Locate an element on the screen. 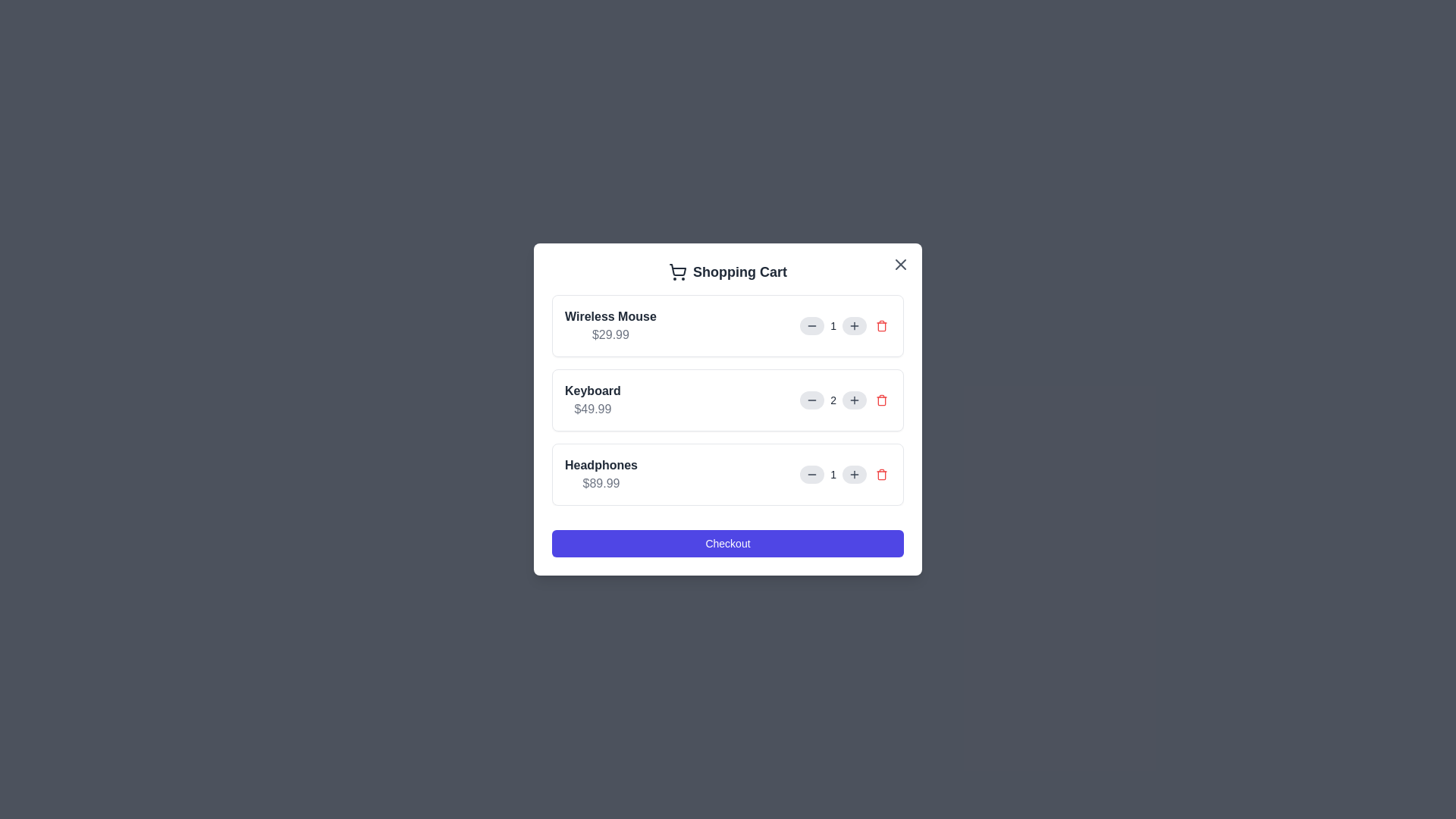 The image size is (1456, 819). the shopping cart icon located in the modal header, to the left of the text 'Shopping Cart' is located at coordinates (676, 271).